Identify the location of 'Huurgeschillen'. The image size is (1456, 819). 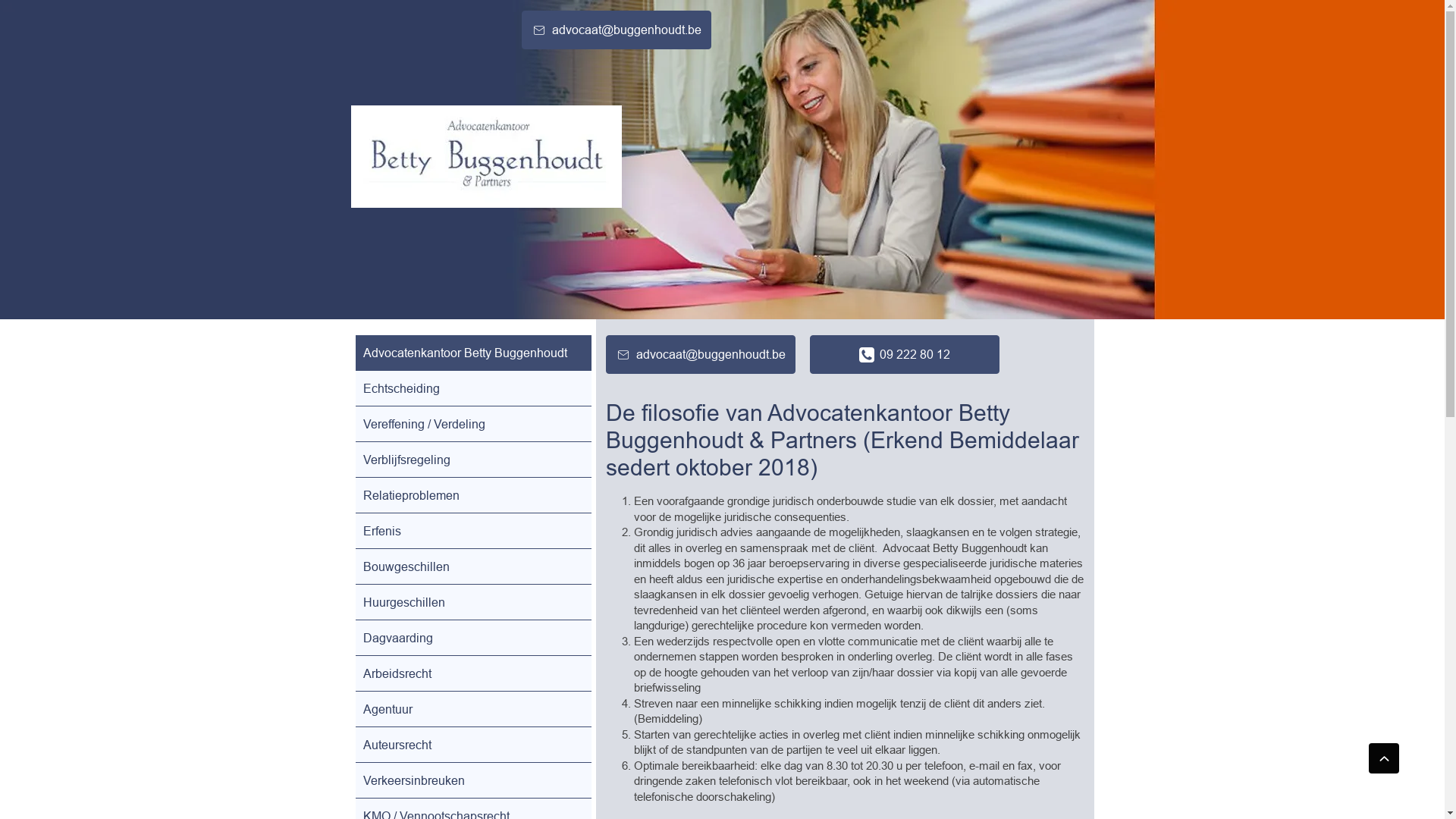
(472, 601).